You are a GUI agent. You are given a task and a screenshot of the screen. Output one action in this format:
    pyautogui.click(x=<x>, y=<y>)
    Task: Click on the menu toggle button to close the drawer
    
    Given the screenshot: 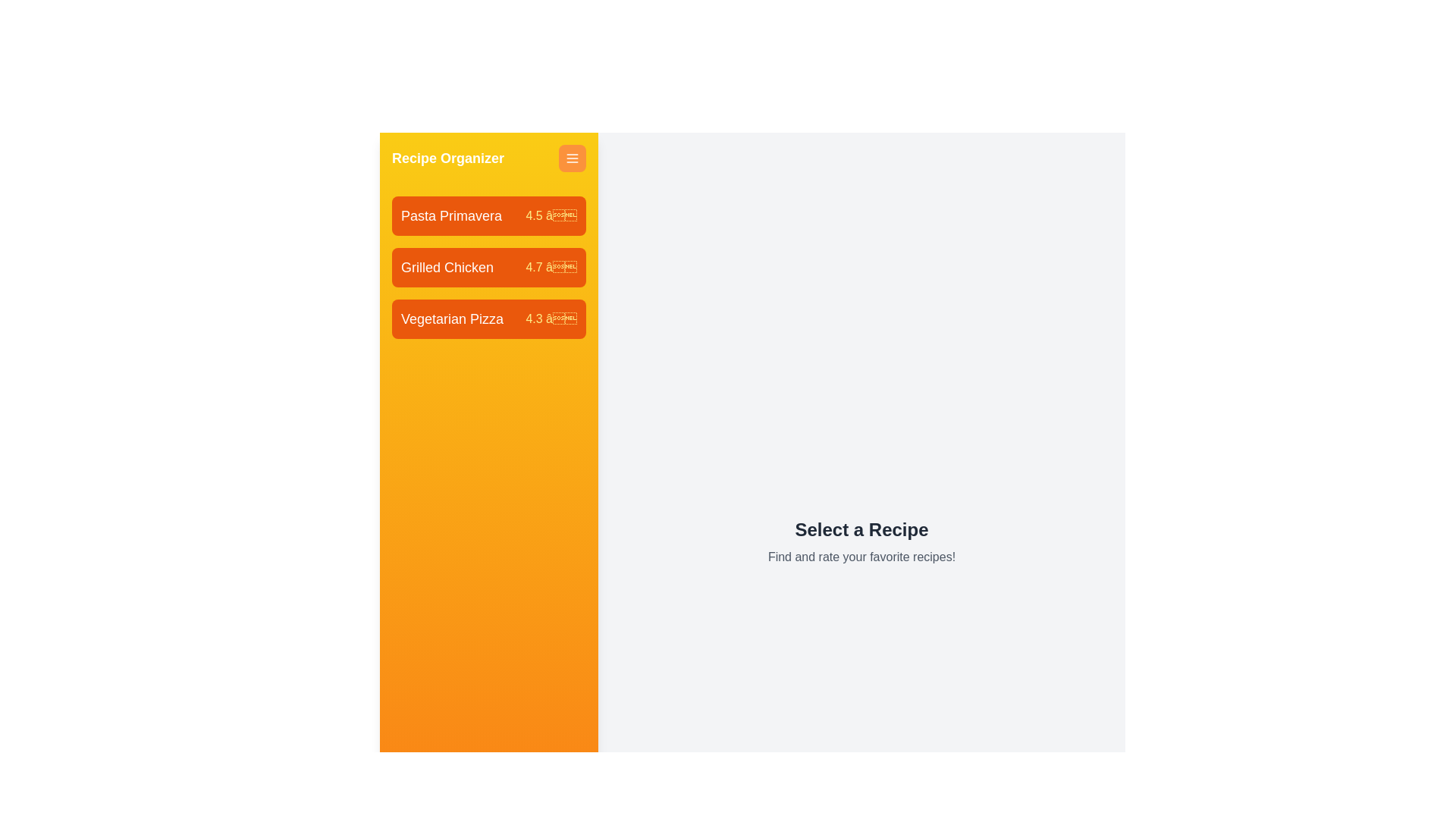 What is the action you would take?
    pyautogui.click(x=571, y=158)
    